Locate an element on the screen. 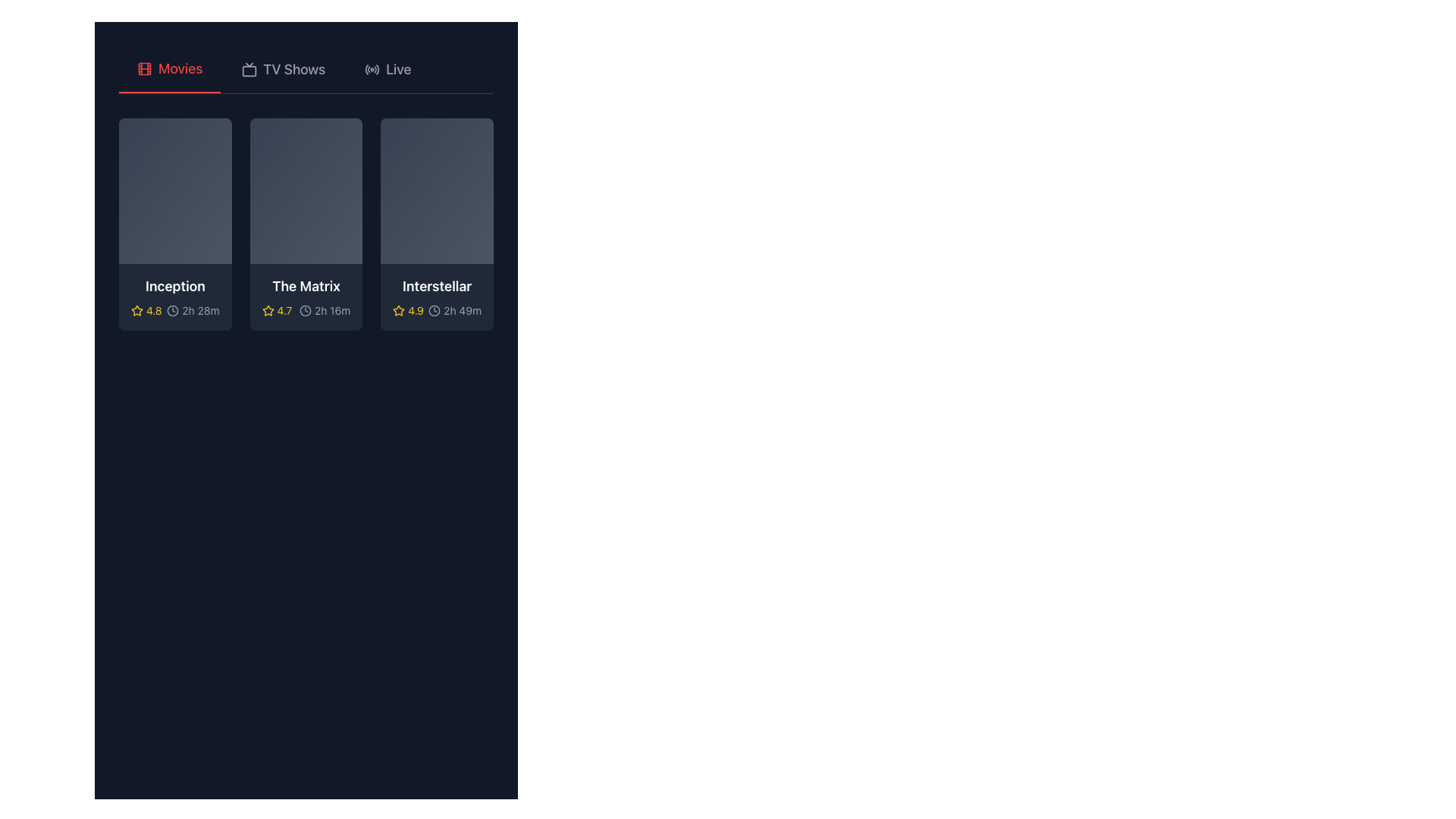  the Circle element representing the clock outline in the movie 'The Matrix', which visually conveys the movie's duration is located at coordinates (305, 309).